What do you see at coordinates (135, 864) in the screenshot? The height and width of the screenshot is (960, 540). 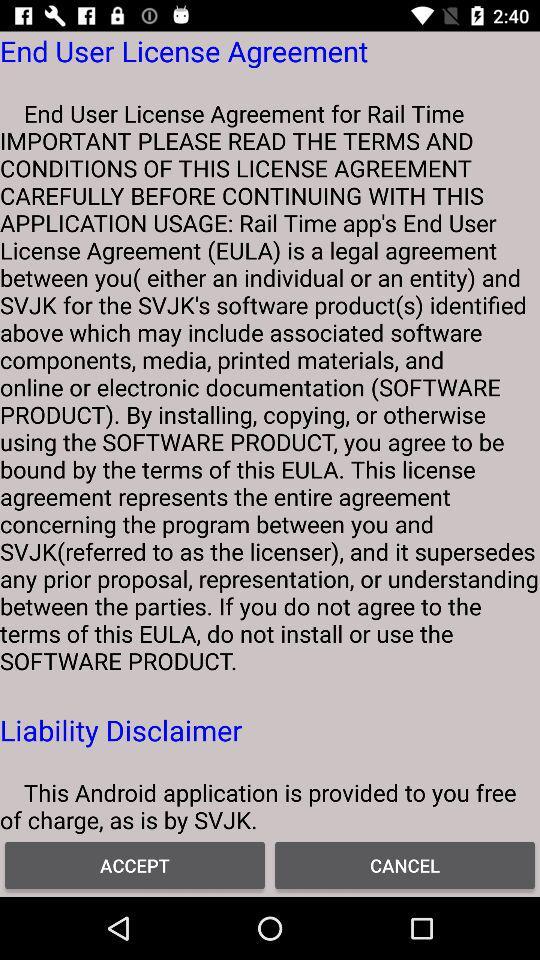 I see `the button to the left of the cancel item` at bounding box center [135, 864].